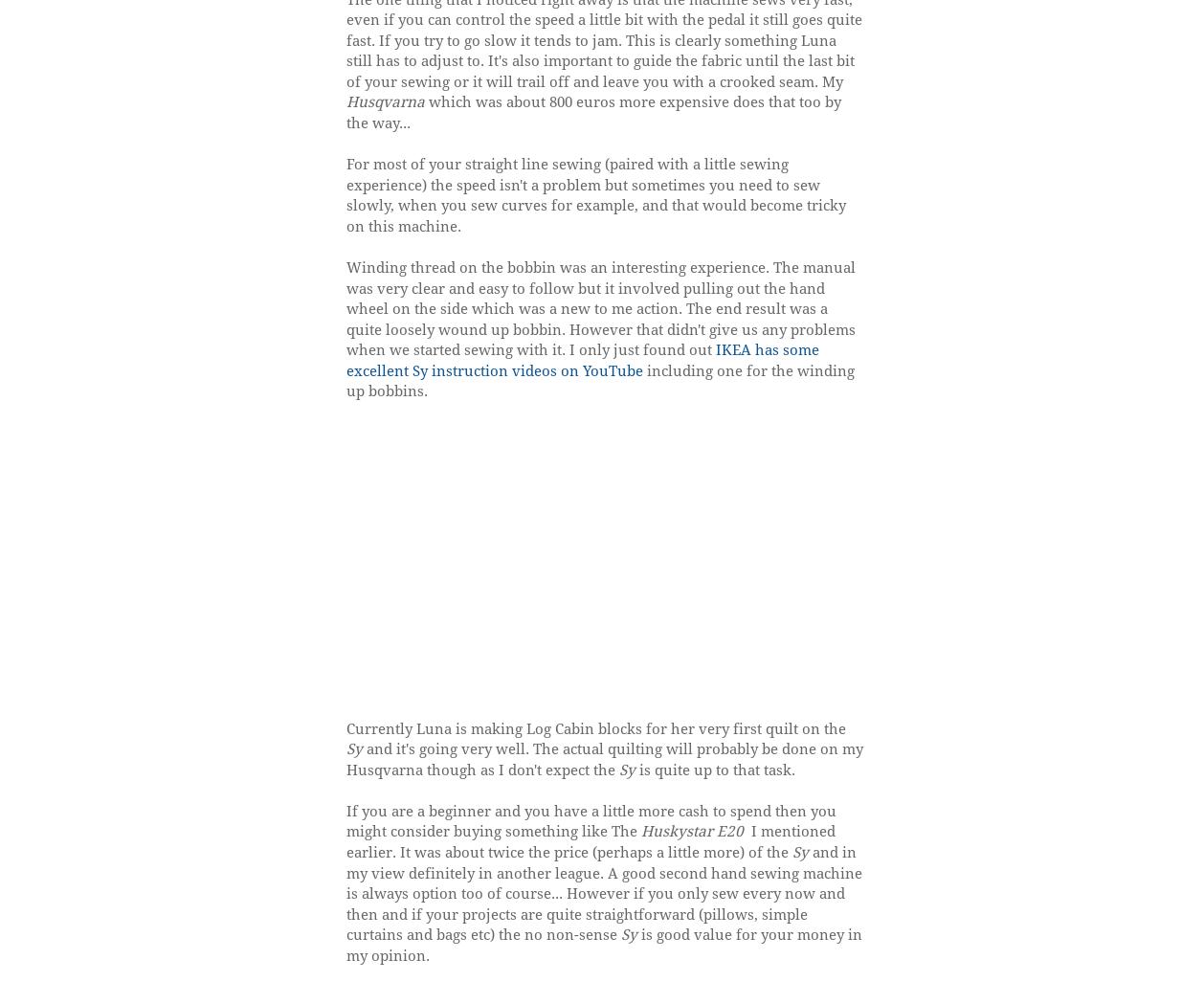  What do you see at coordinates (635, 768) in the screenshot?
I see `'is quite up to that task.'` at bounding box center [635, 768].